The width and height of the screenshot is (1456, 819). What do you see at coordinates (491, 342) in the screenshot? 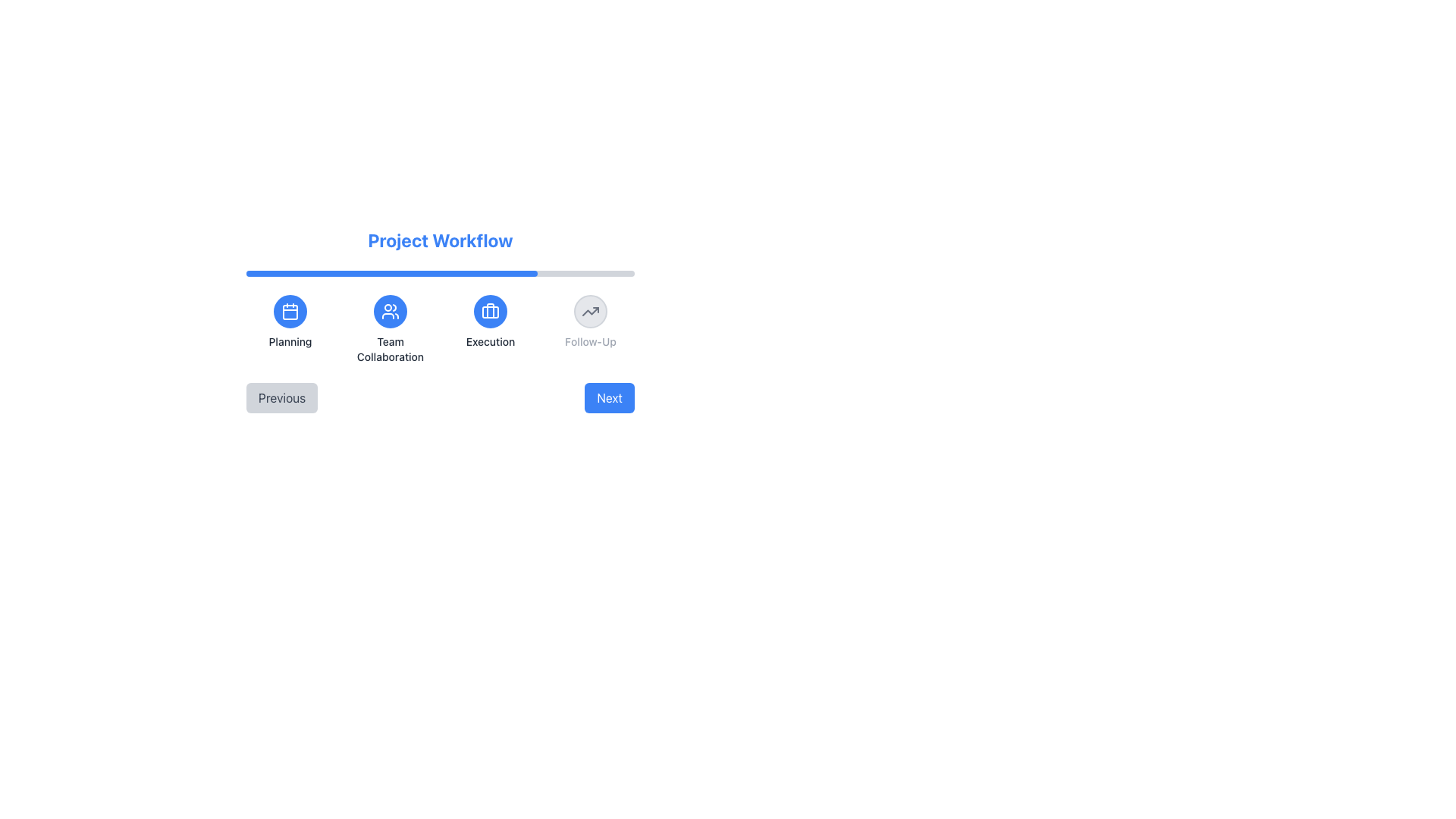
I see `the non-interactive text label that describes the third step in the workflow, positioned beneath the briefcase icon` at bounding box center [491, 342].